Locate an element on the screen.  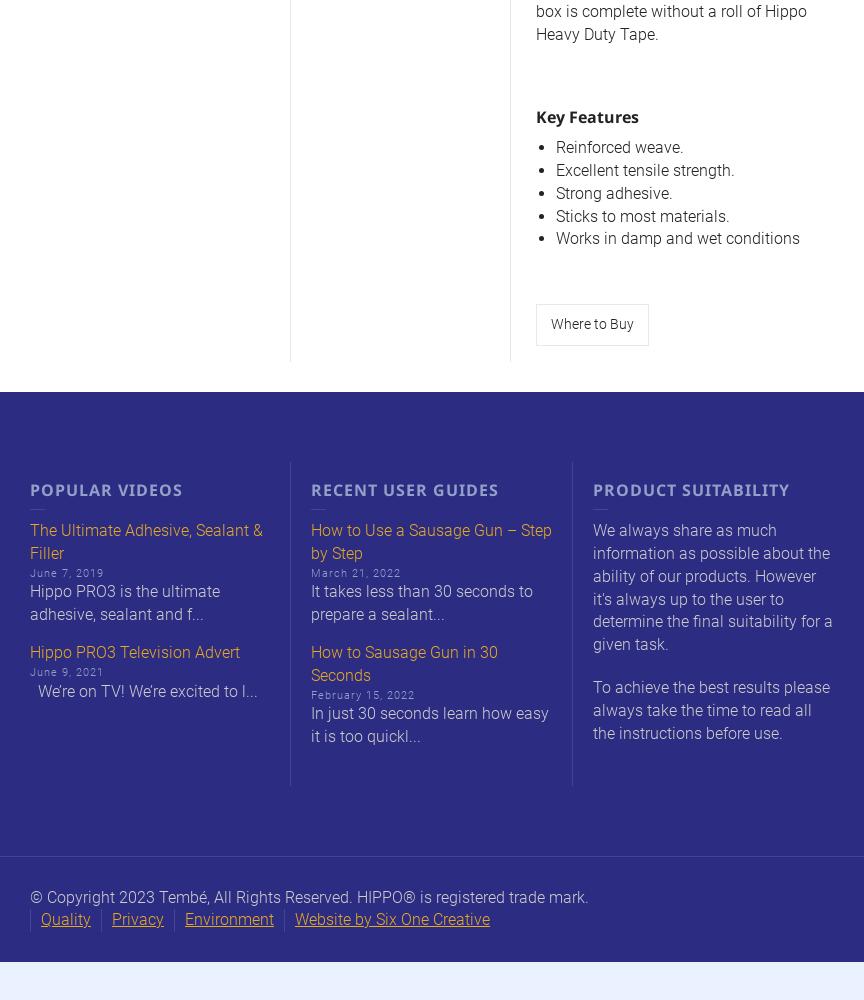
'In just 30 seconds learn how easy it is too quickl...' is located at coordinates (311, 724).